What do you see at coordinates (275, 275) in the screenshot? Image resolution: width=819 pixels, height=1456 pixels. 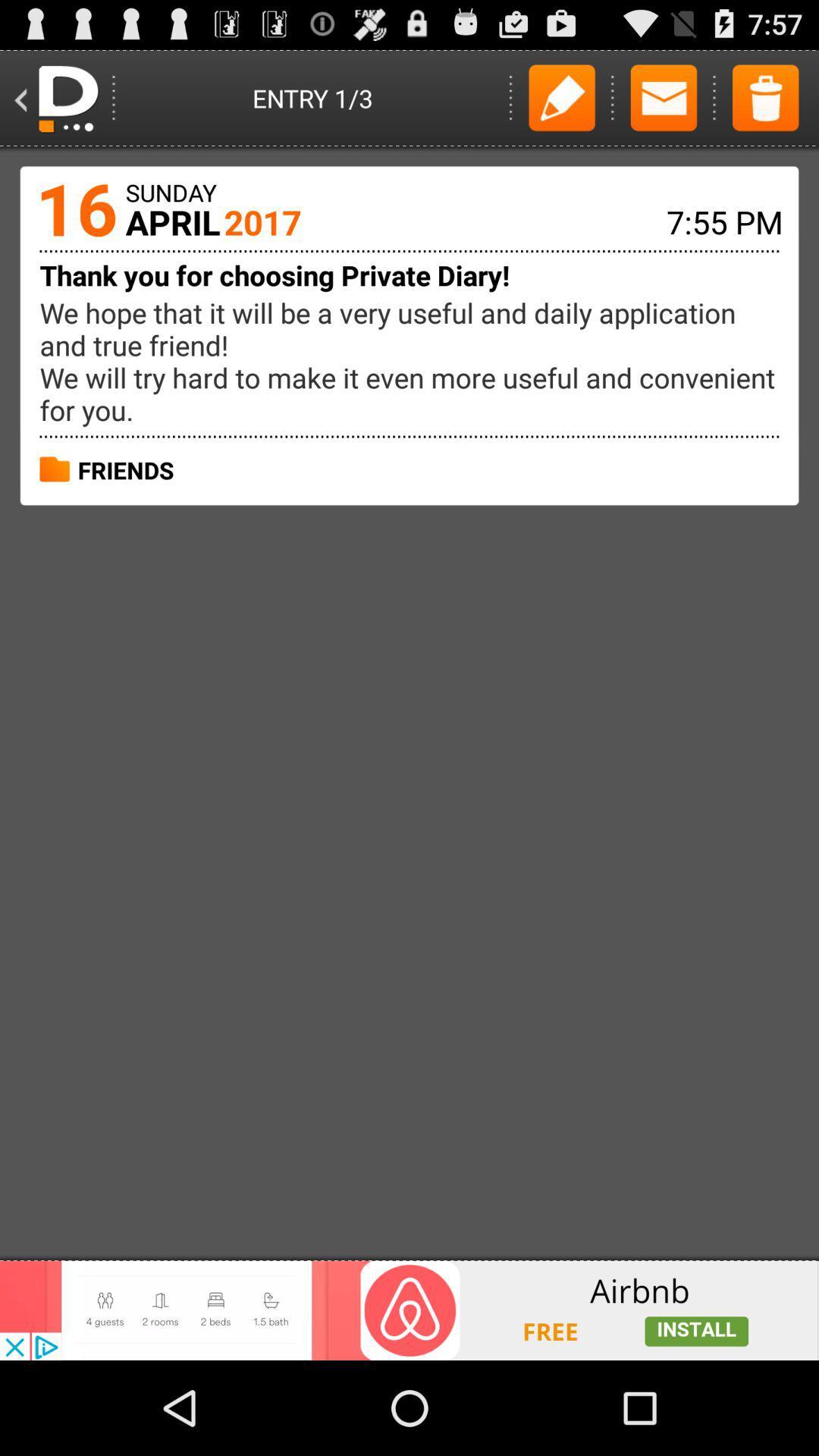 I see `the thank you for choosing private diary text` at bounding box center [275, 275].